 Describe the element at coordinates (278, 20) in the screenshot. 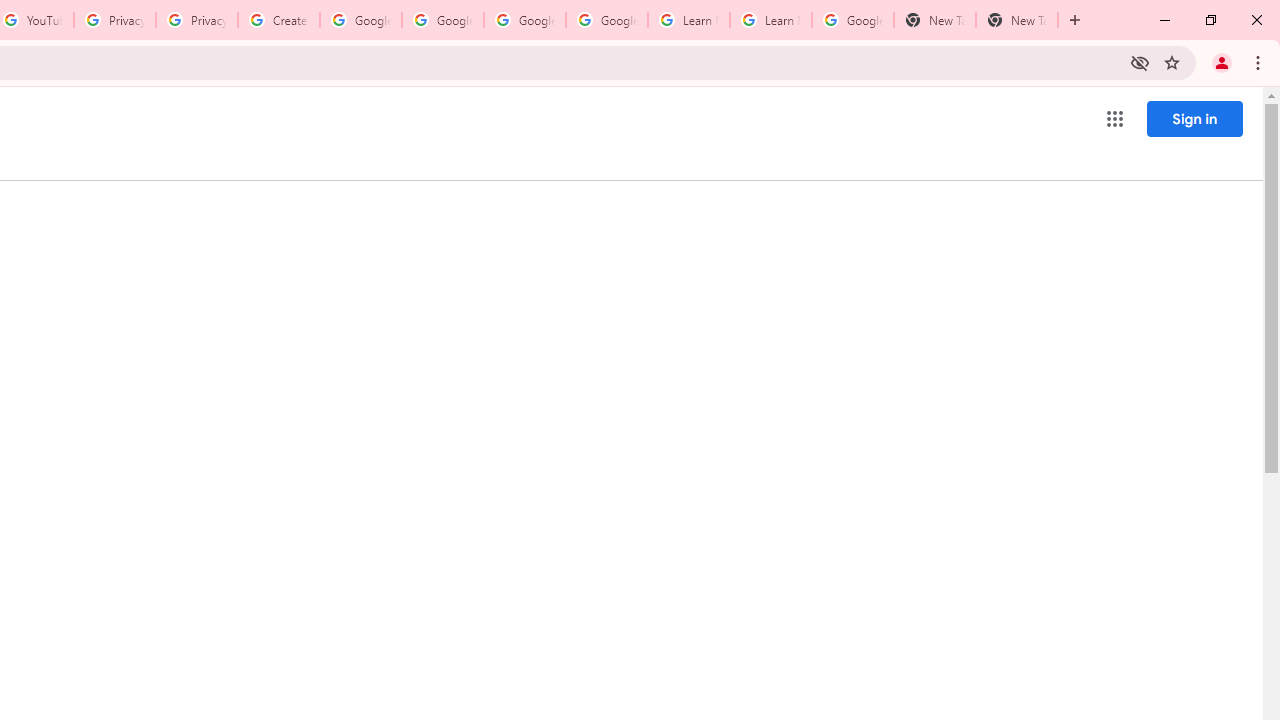

I see `'Create your Google Account'` at that location.